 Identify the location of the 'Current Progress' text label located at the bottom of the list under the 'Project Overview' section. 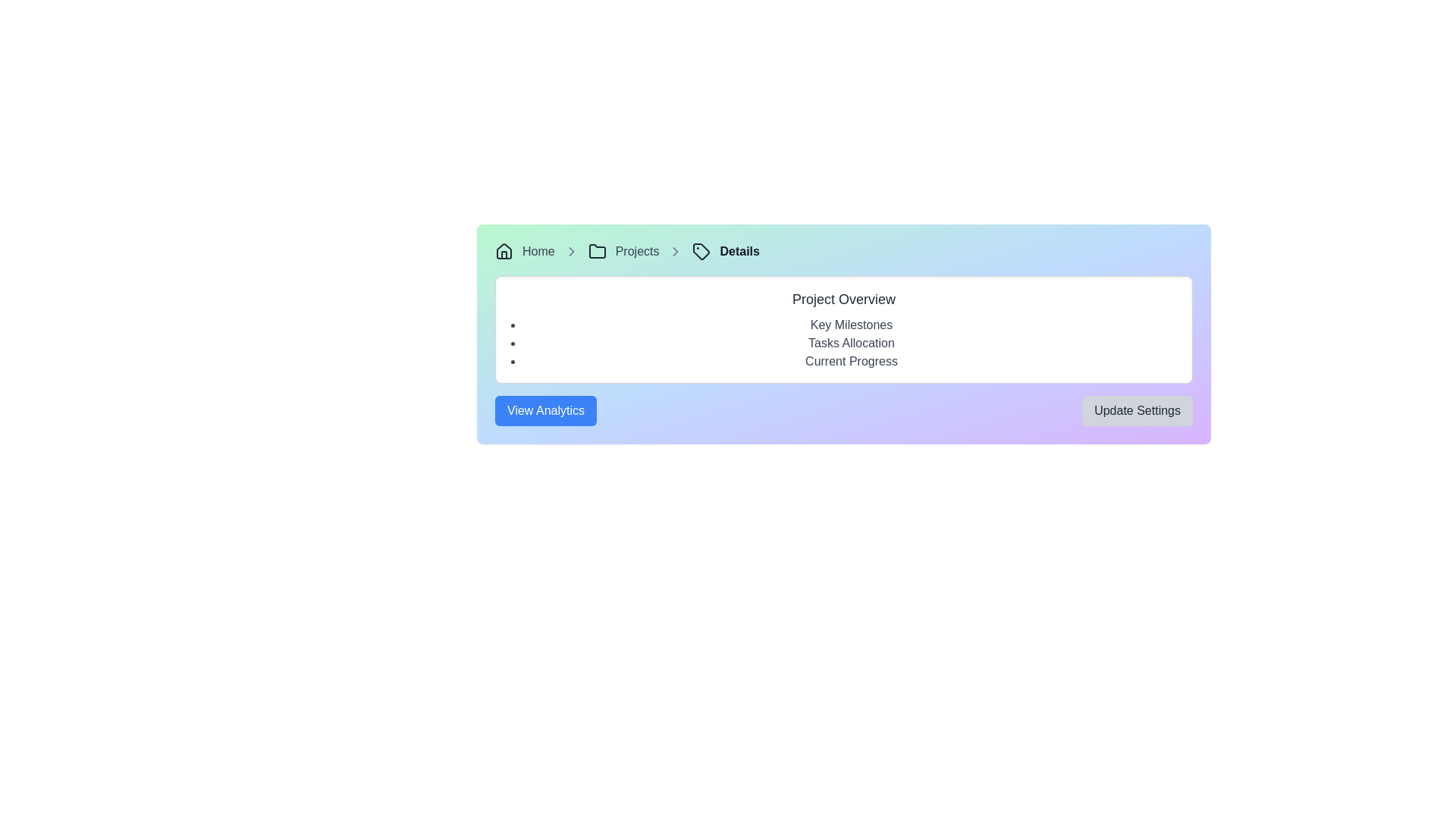
(852, 362).